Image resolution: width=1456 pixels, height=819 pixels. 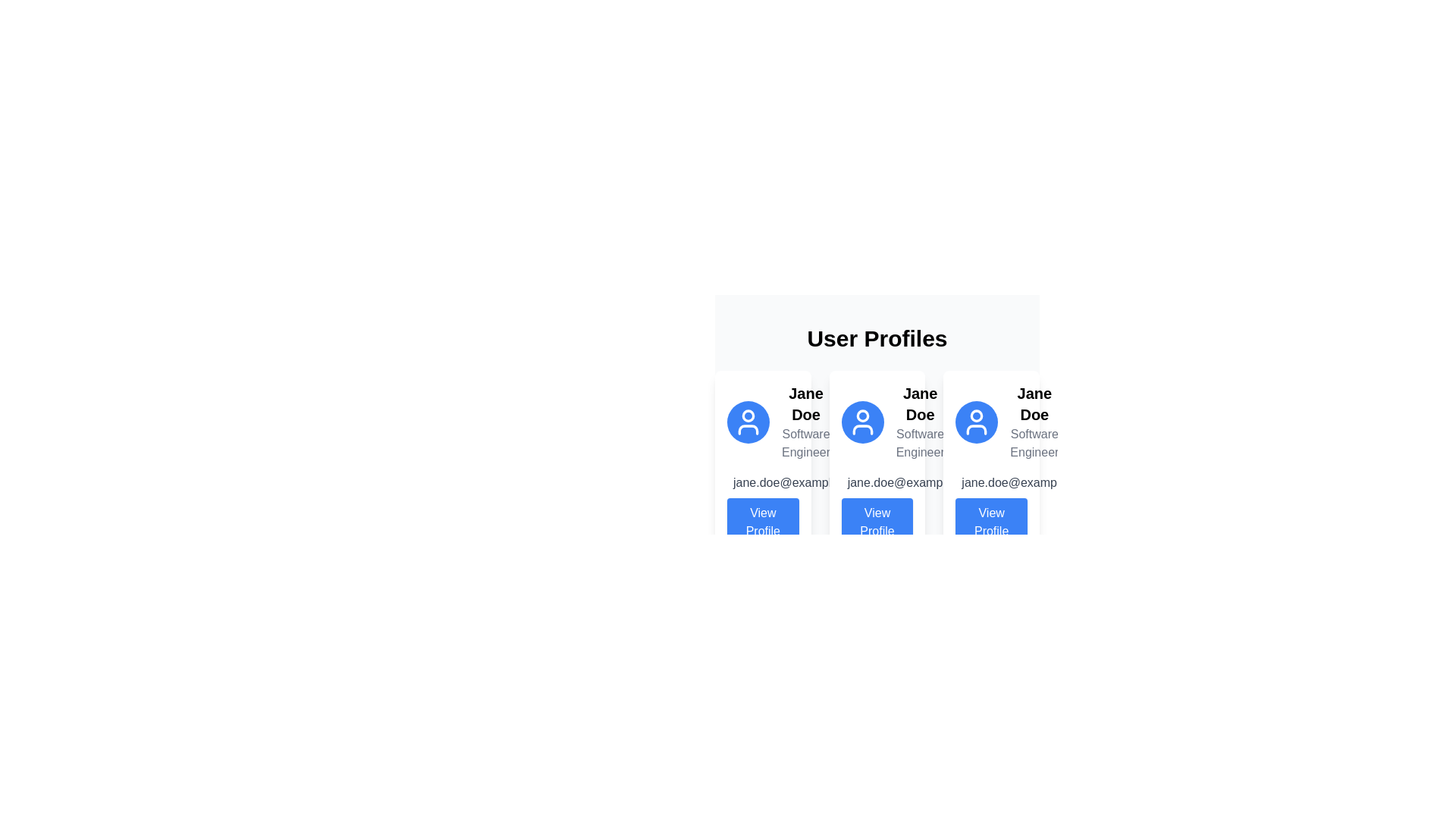 What do you see at coordinates (805, 422) in the screenshot?
I see `properties of the Text element that displays the user's name and role, located in the first profile card under the avatar icon` at bounding box center [805, 422].